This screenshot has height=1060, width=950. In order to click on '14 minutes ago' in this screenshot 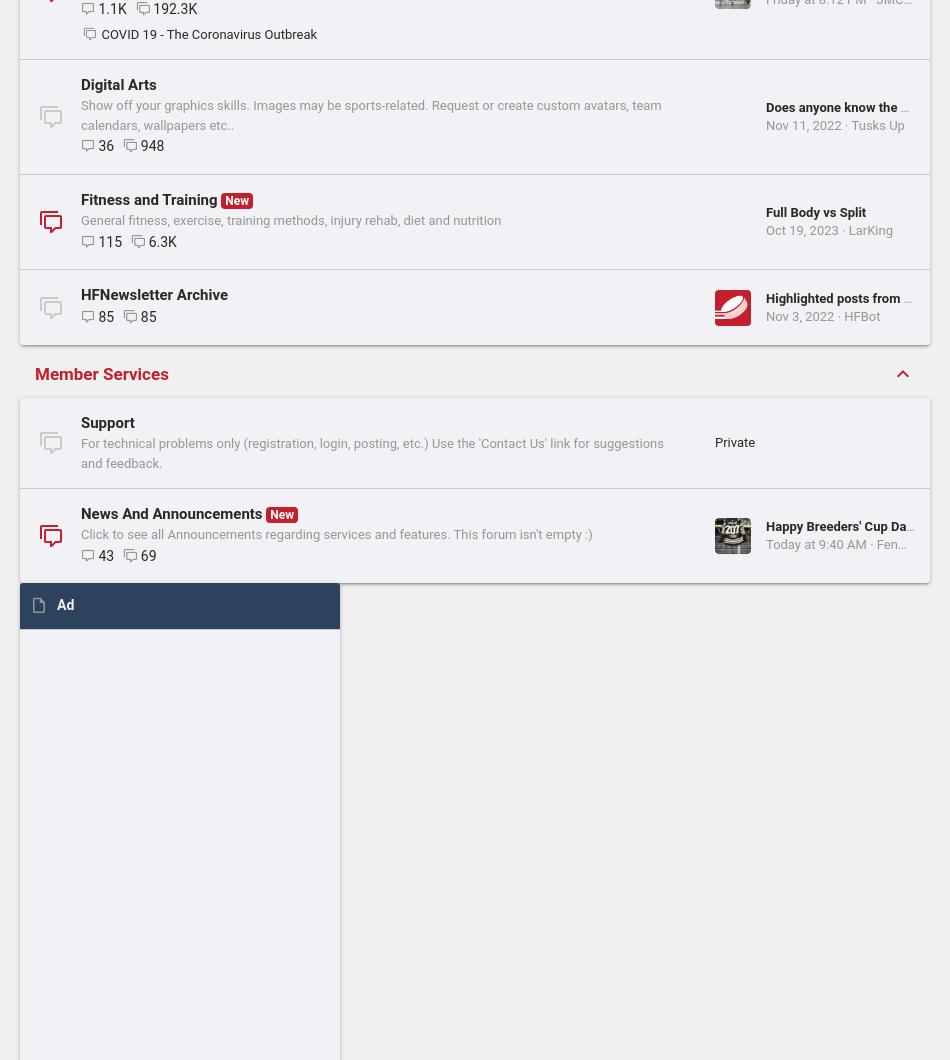, I will do `click(469, 33)`.